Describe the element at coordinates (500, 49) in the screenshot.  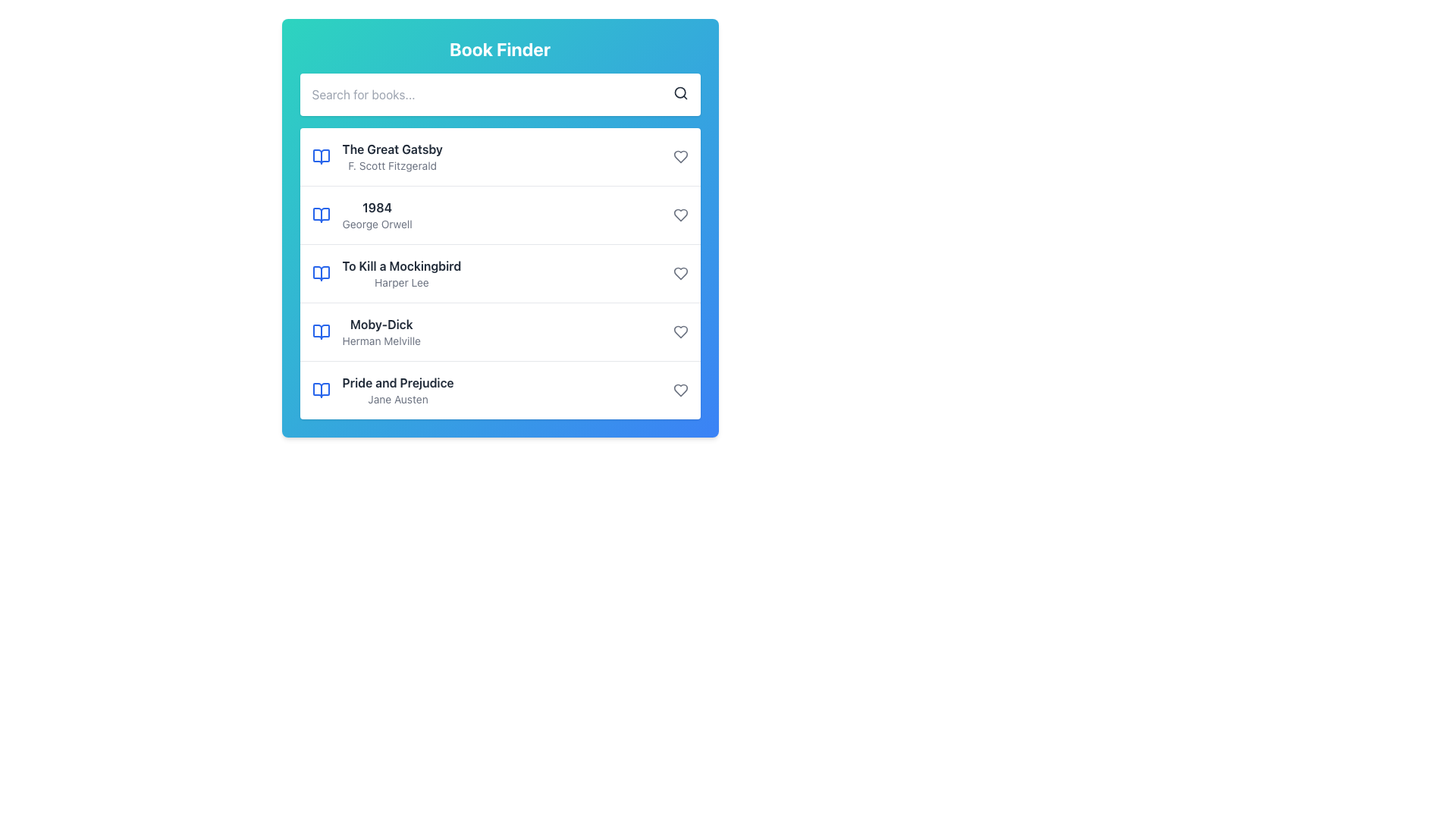
I see `the text label displaying 'Book Finder', which is bold and centered on a gradient background at the top of the card-like interface` at that location.